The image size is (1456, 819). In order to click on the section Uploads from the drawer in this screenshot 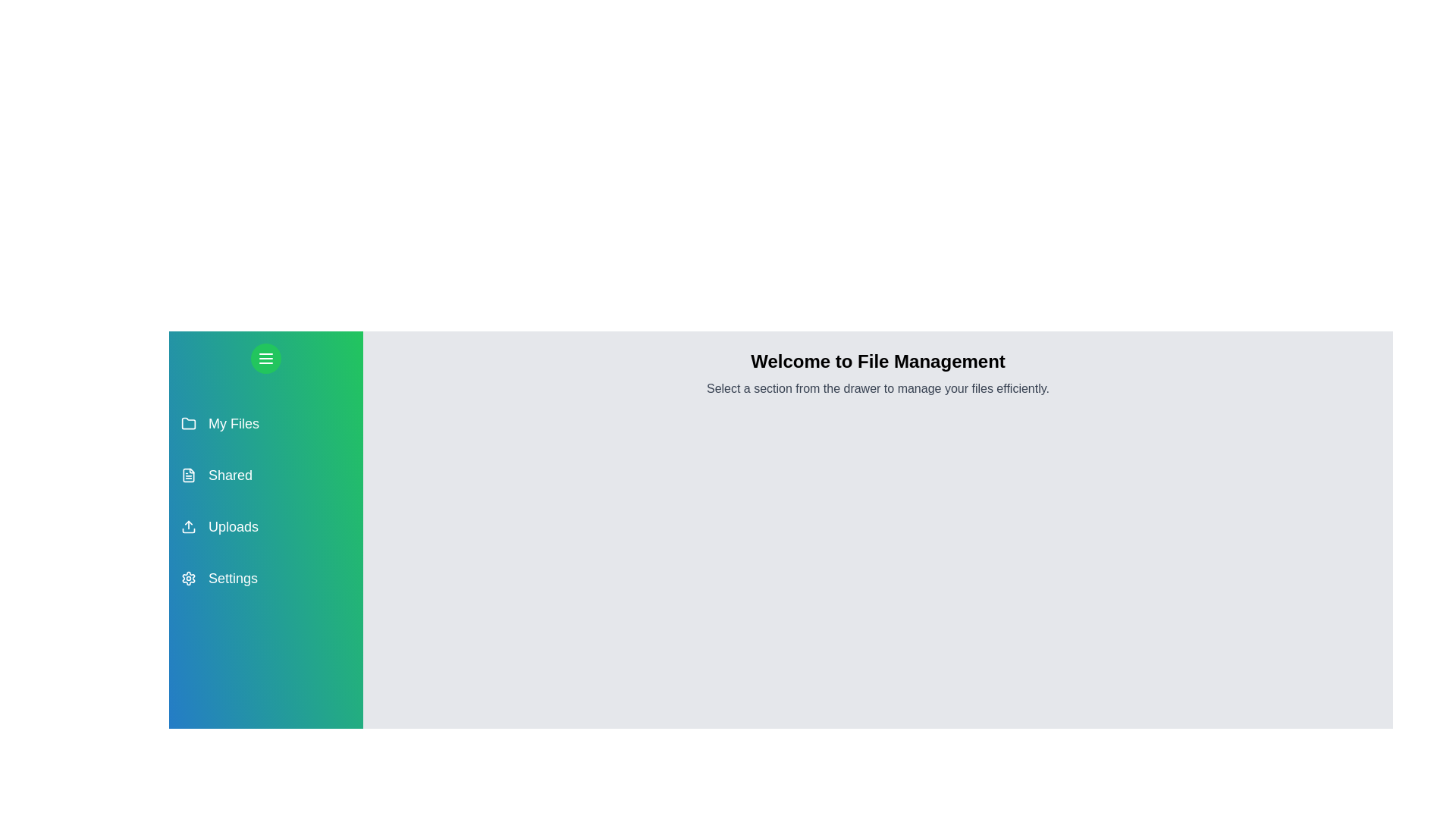, I will do `click(265, 526)`.